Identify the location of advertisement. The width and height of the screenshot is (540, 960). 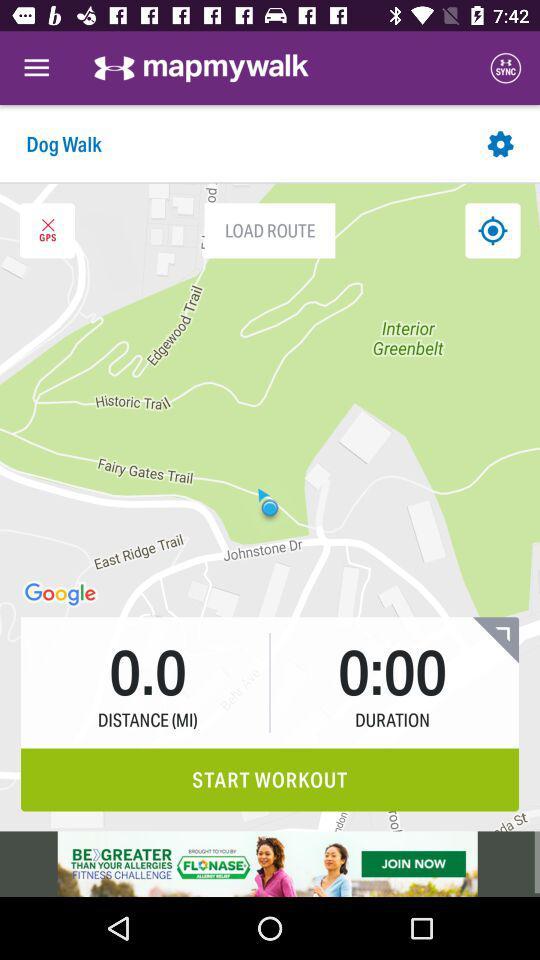
(270, 863).